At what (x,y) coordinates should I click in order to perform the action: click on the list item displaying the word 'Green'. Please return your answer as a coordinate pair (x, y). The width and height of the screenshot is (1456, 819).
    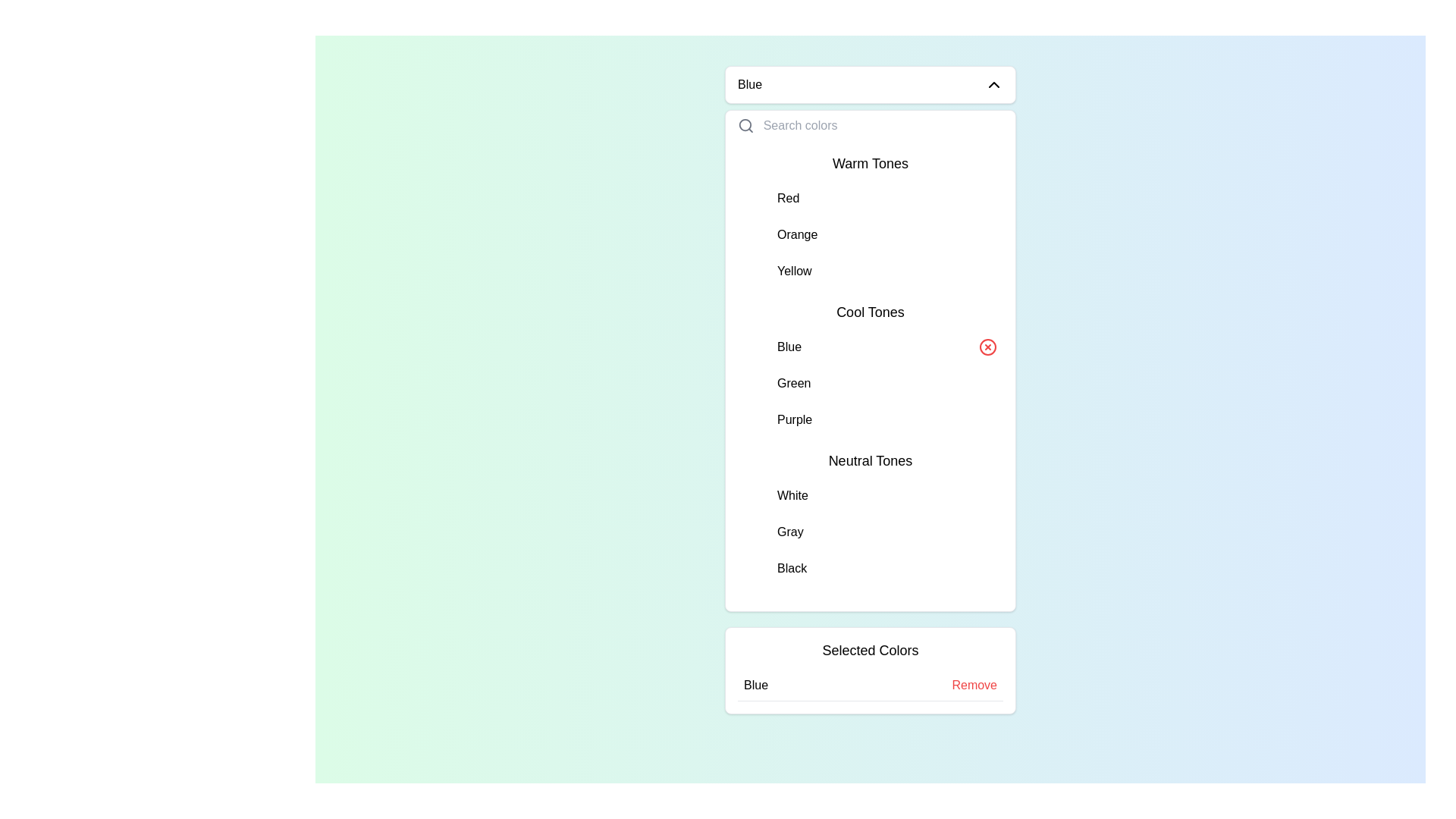
    Looking at the image, I should click on (870, 382).